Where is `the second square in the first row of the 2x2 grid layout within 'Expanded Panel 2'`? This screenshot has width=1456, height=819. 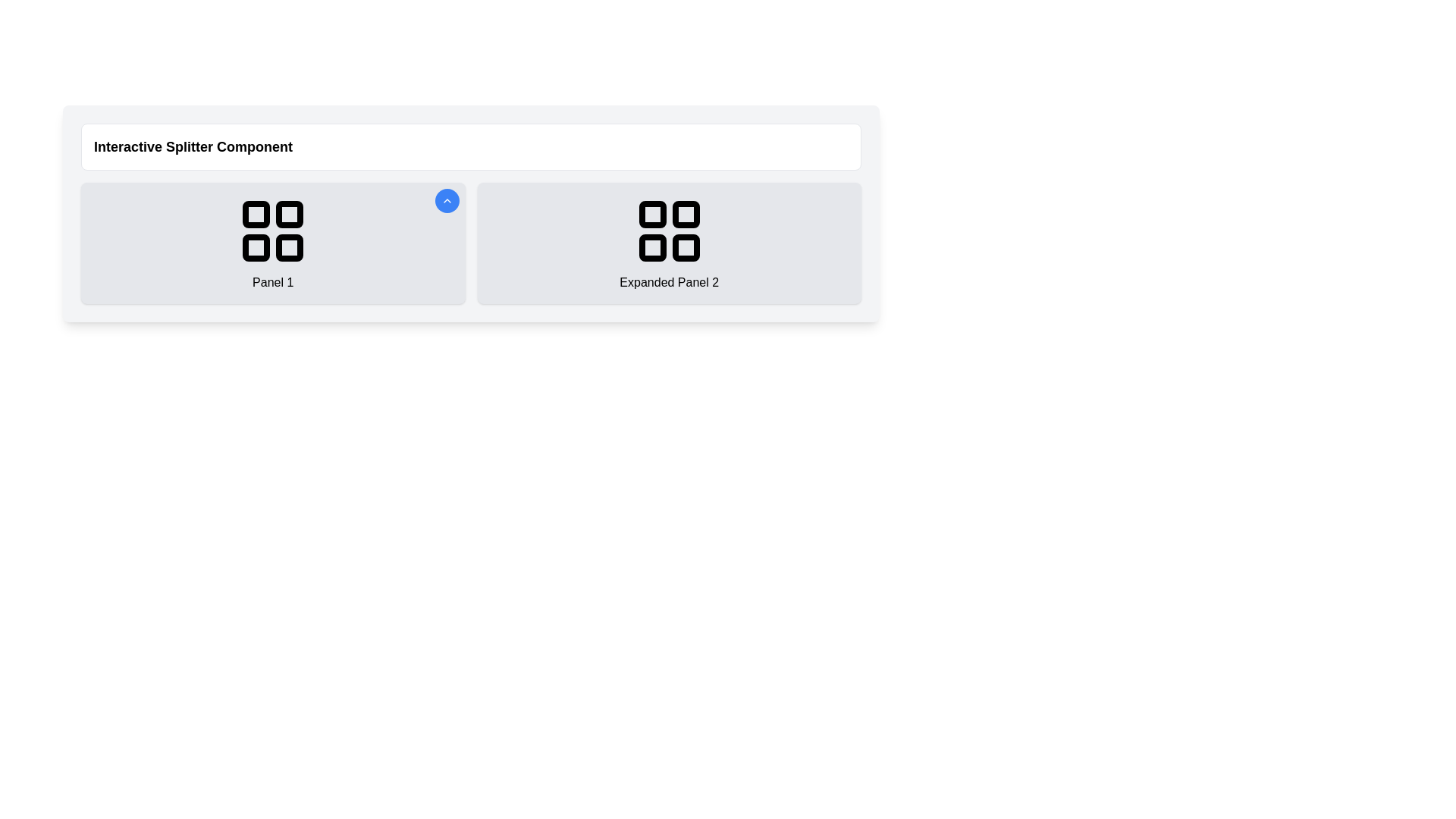 the second square in the first row of the 2x2 grid layout within 'Expanded Panel 2' is located at coordinates (685, 214).